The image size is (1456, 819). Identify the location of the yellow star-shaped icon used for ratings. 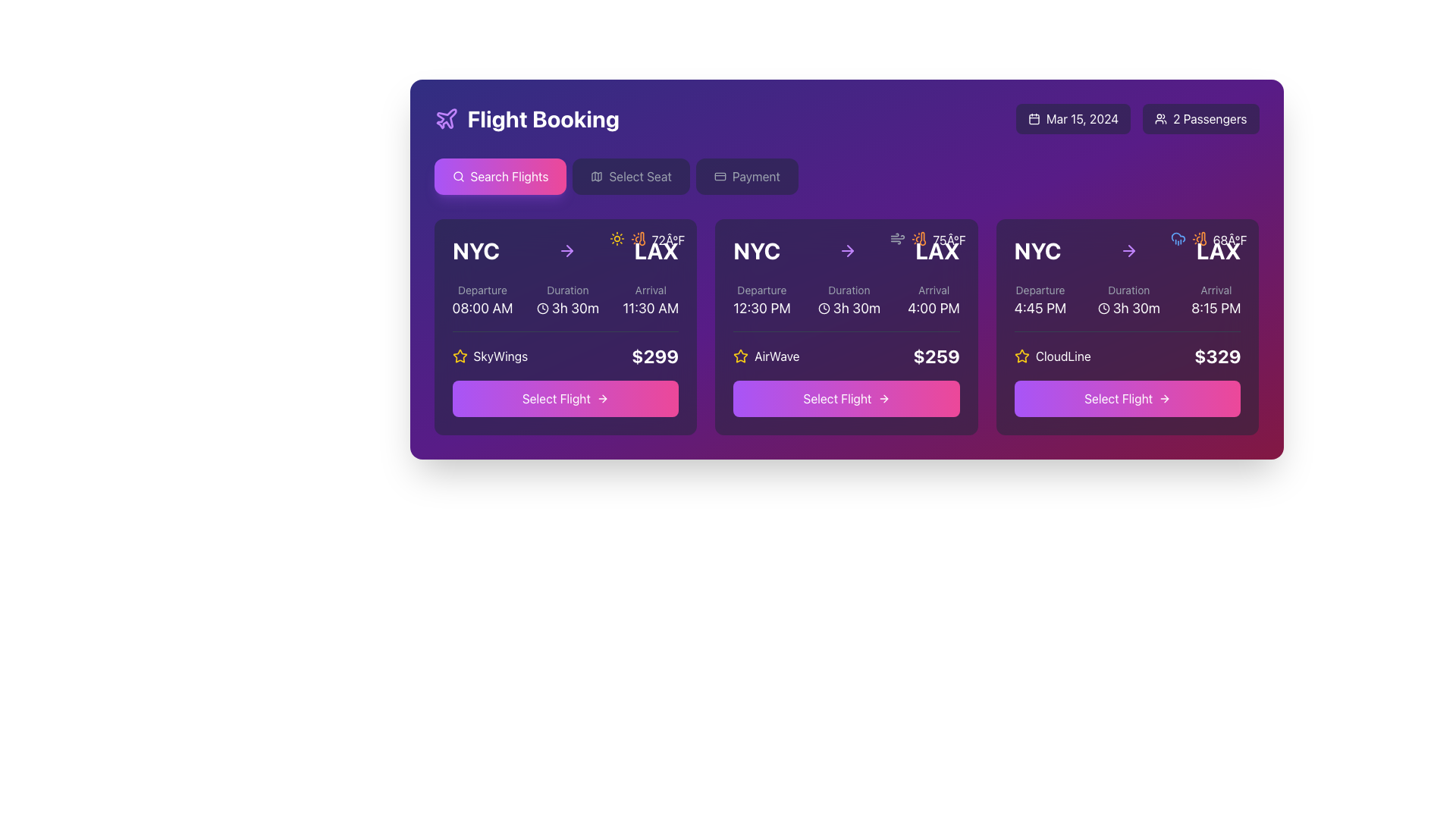
(459, 356).